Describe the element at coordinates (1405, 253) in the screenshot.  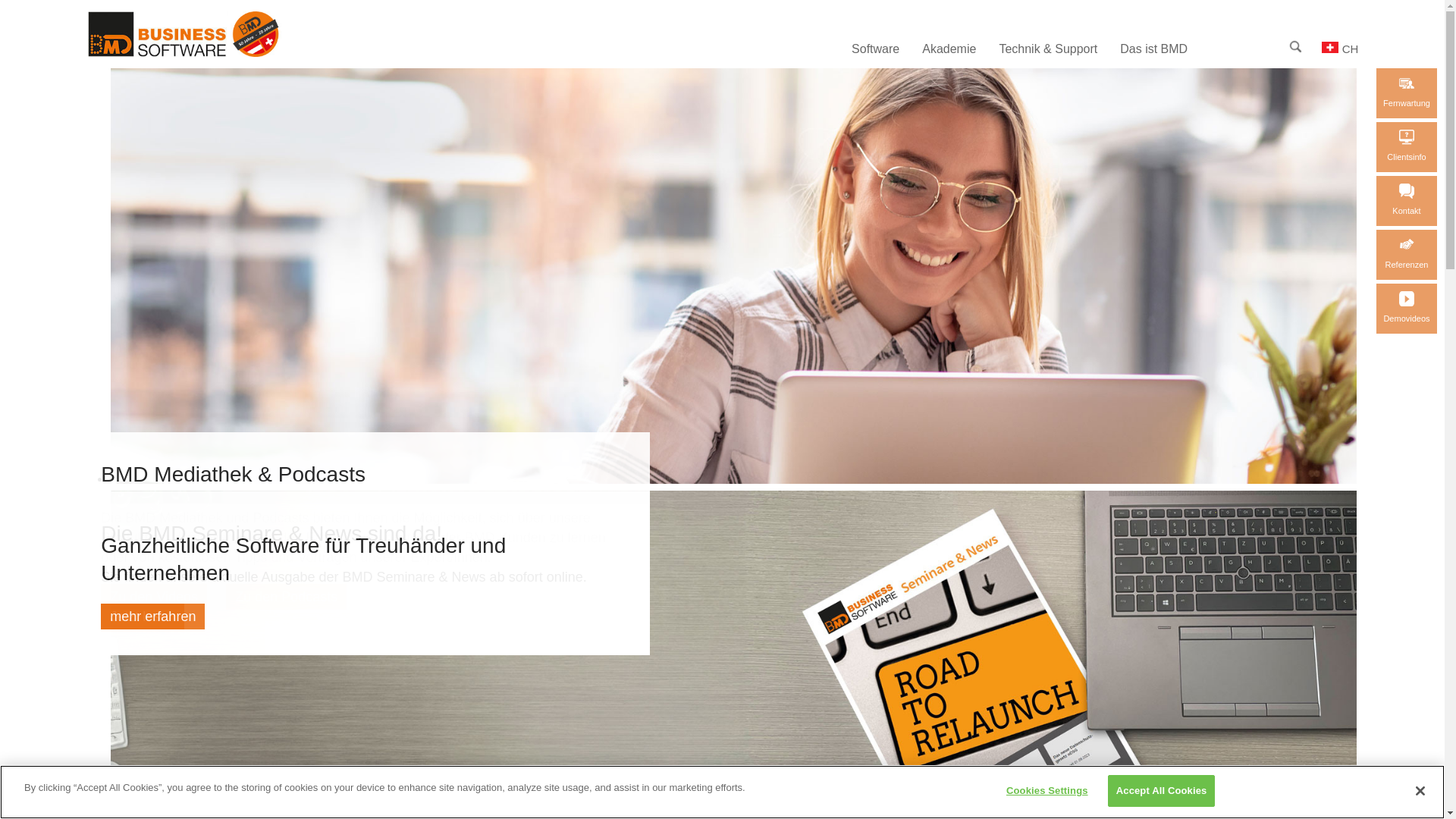
I see `'Referenzen'` at that location.